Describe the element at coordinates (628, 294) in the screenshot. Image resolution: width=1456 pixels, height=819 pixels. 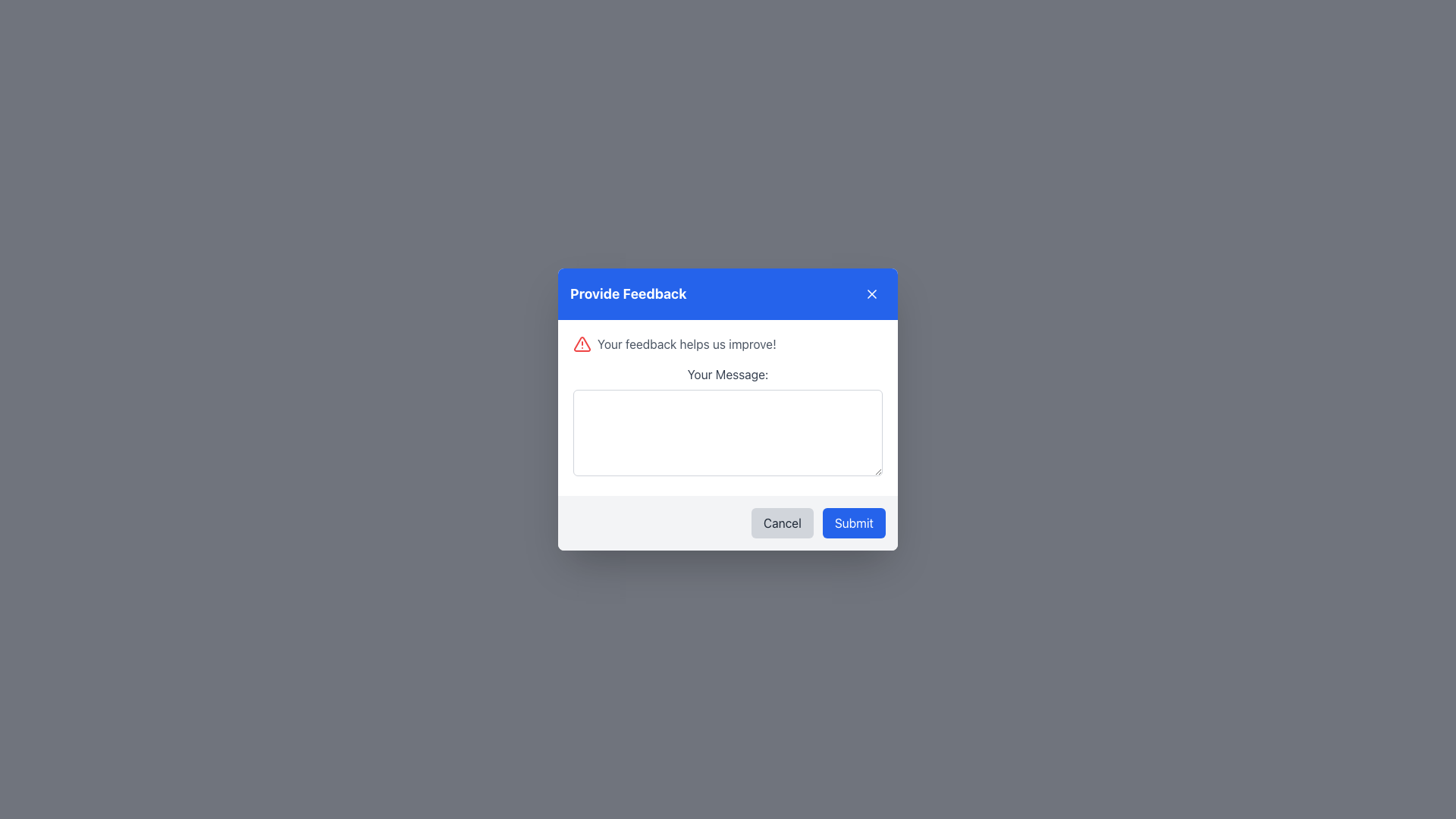
I see `the text header displaying 'Provide Feedback' which is styled in bold white font against a blue background, located at the top section of the modal` at that location.